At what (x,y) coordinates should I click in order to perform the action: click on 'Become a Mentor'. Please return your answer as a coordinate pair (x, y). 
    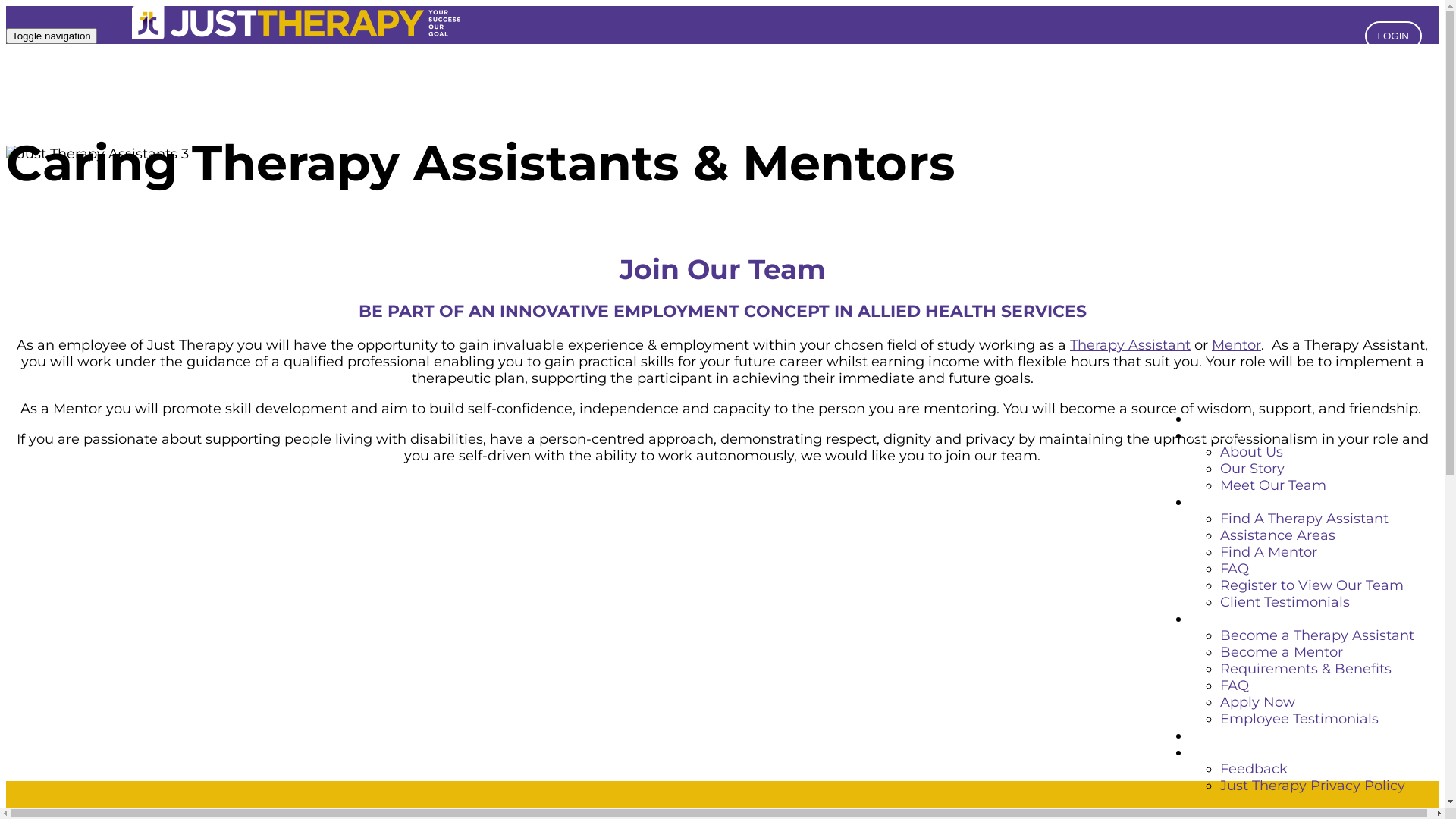
    Looking at the image, I should click on (1280, 651).